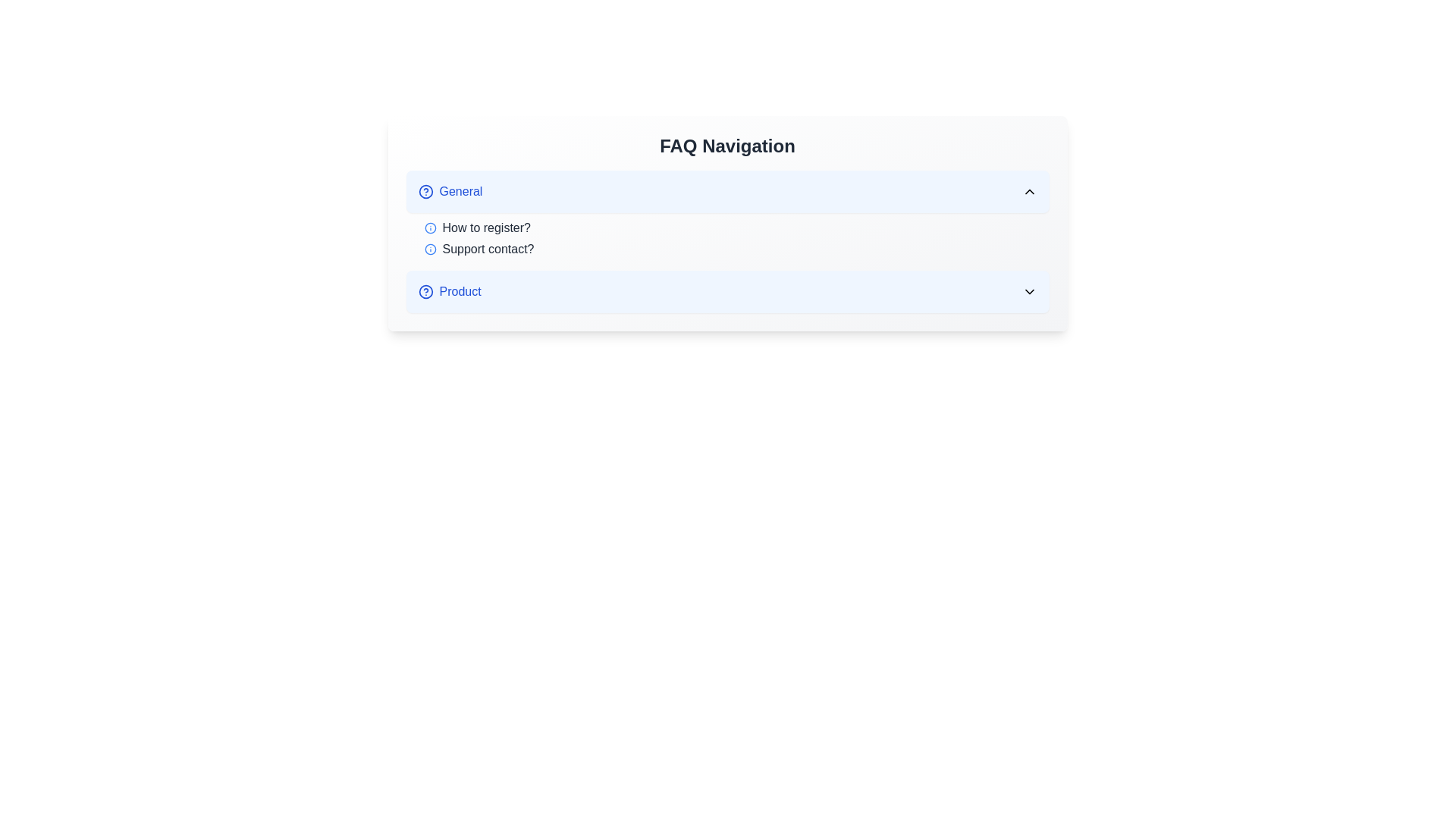 Image resolution: width=1456 pixels, height=819 pixels. What do you see at coordinates (488, 248) in the screenshot?
I see `the hyperlink that navigates to the 'Support' section, which is the third clickable item in the FAQ navigation list` at bounding box center [488, 248].